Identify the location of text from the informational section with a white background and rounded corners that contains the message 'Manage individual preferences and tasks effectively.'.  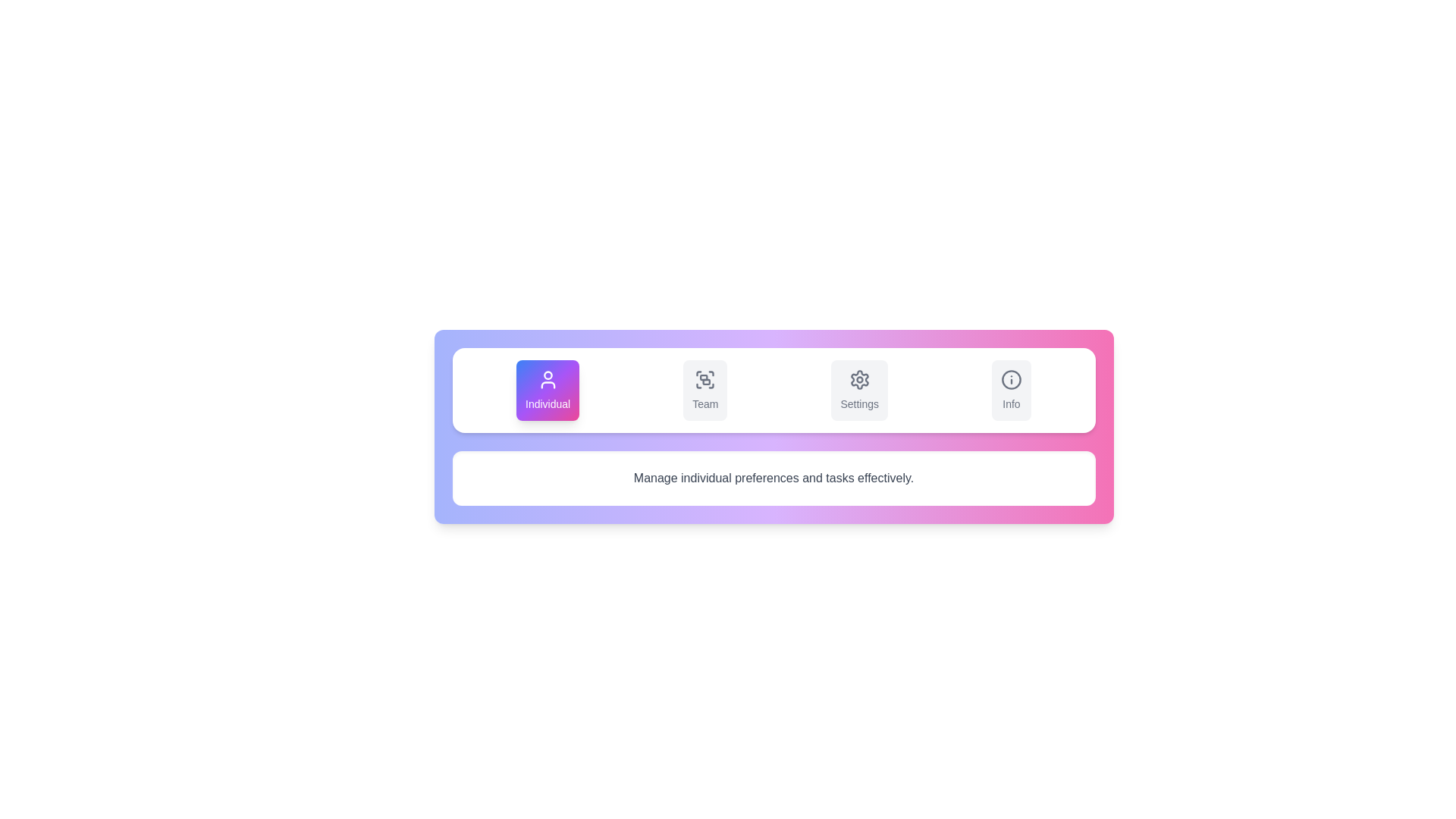
(773, 479).